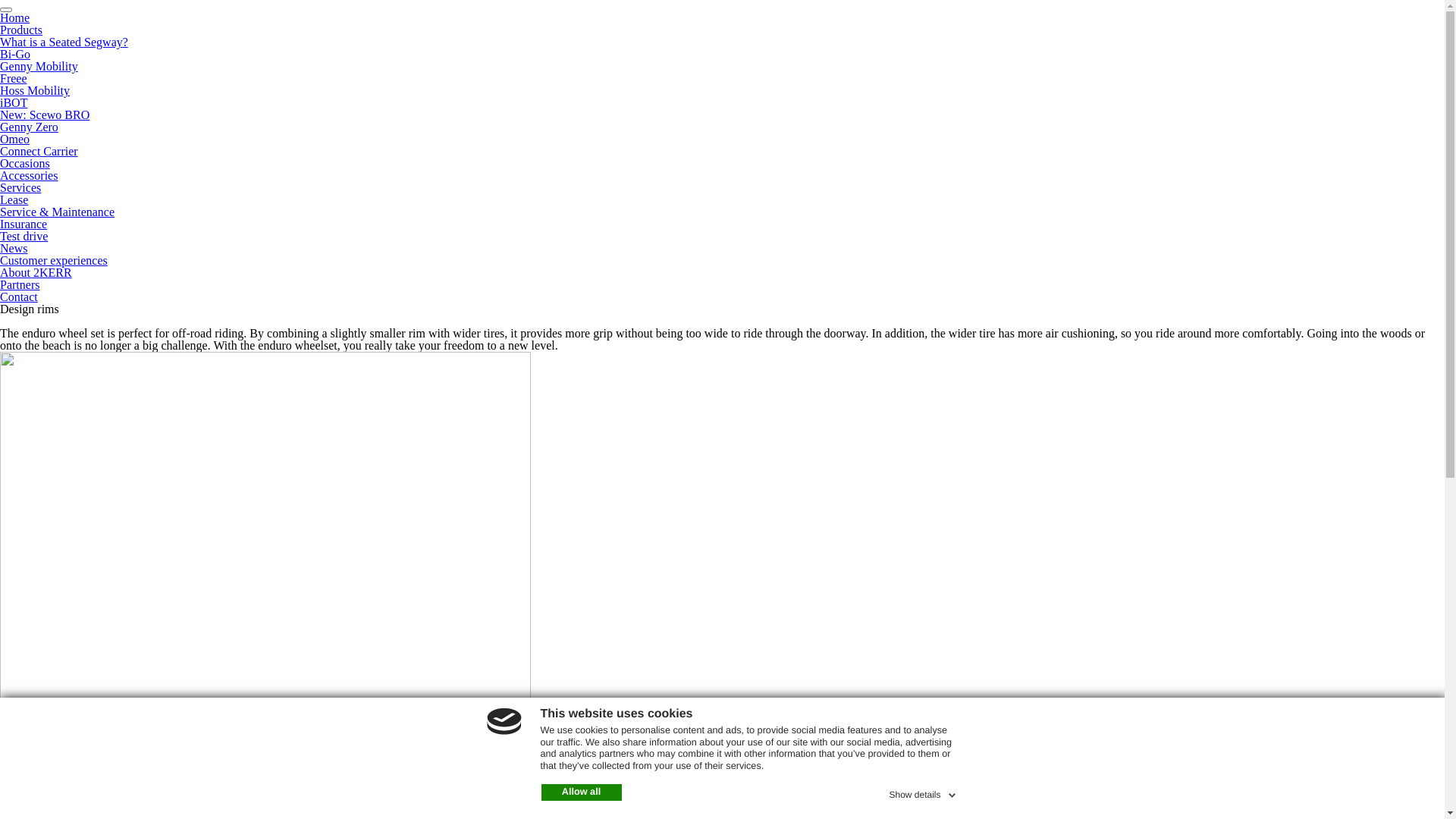 The image size is (1456, 819). What do you see at coordinates (581, 792) in the screenshot?
I see `'Allow all'` at bounding box center [581, 792].